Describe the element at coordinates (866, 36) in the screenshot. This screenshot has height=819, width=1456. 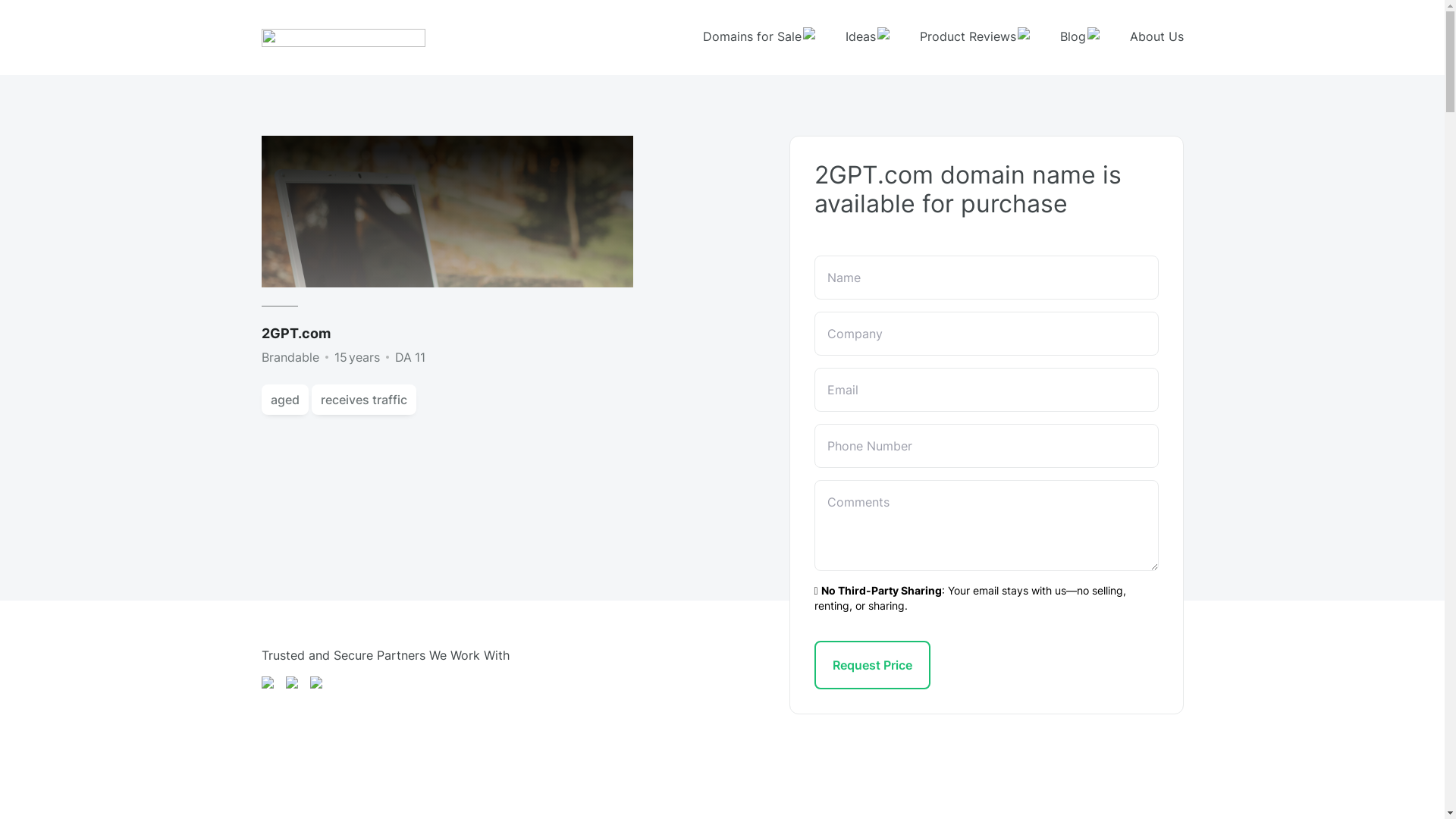
I see `'Ideas'` at that location.